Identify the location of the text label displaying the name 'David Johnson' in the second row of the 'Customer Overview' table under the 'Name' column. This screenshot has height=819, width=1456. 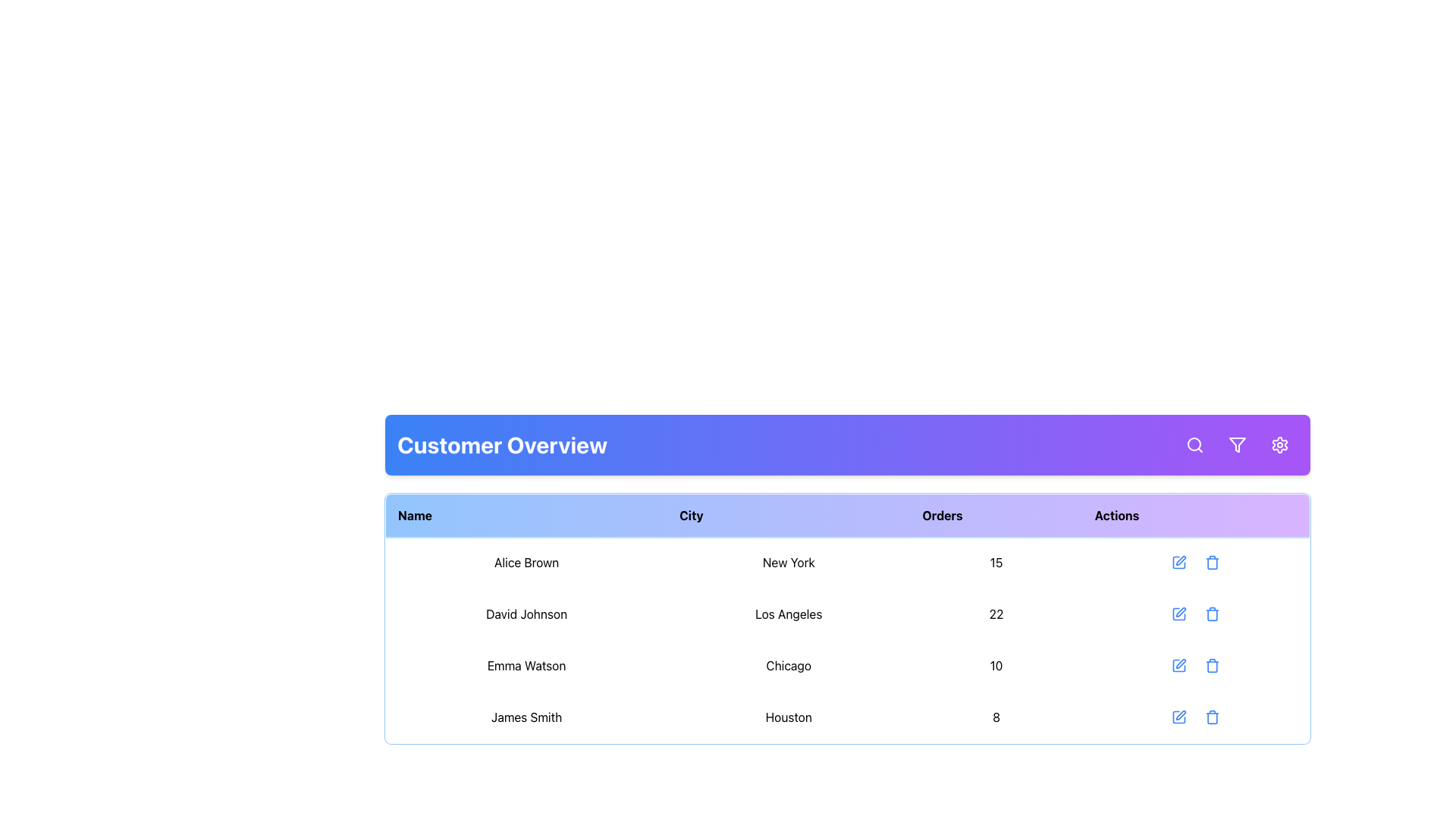
(526, 614).